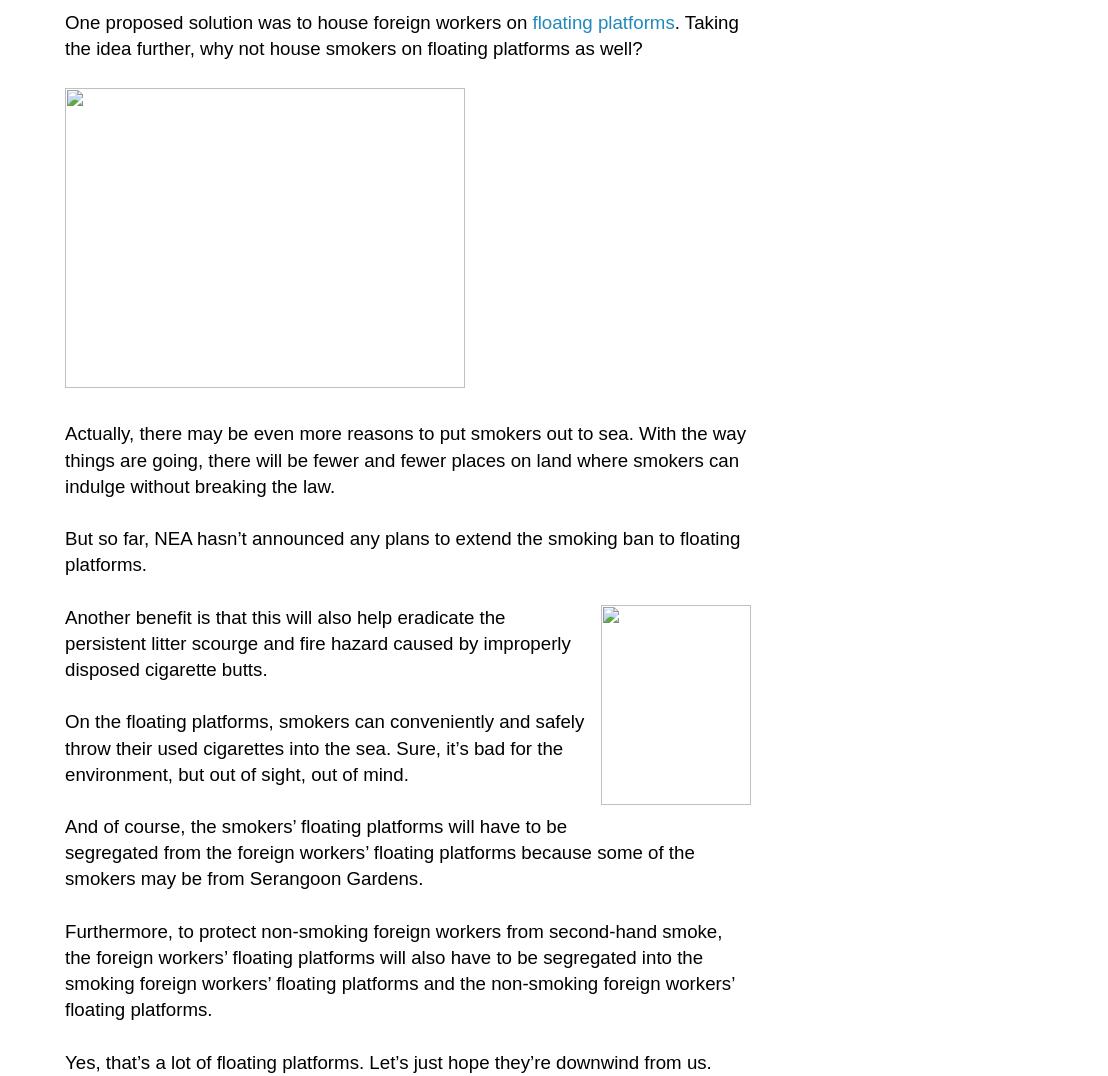 This screenshot has width=1108, height=1076. What do you see at coordinates (401, 33) in the screenshot?
I see `'. Taking the idea further, why not house smokers on floating platforms as well?'` at bounding box center [401, 33].